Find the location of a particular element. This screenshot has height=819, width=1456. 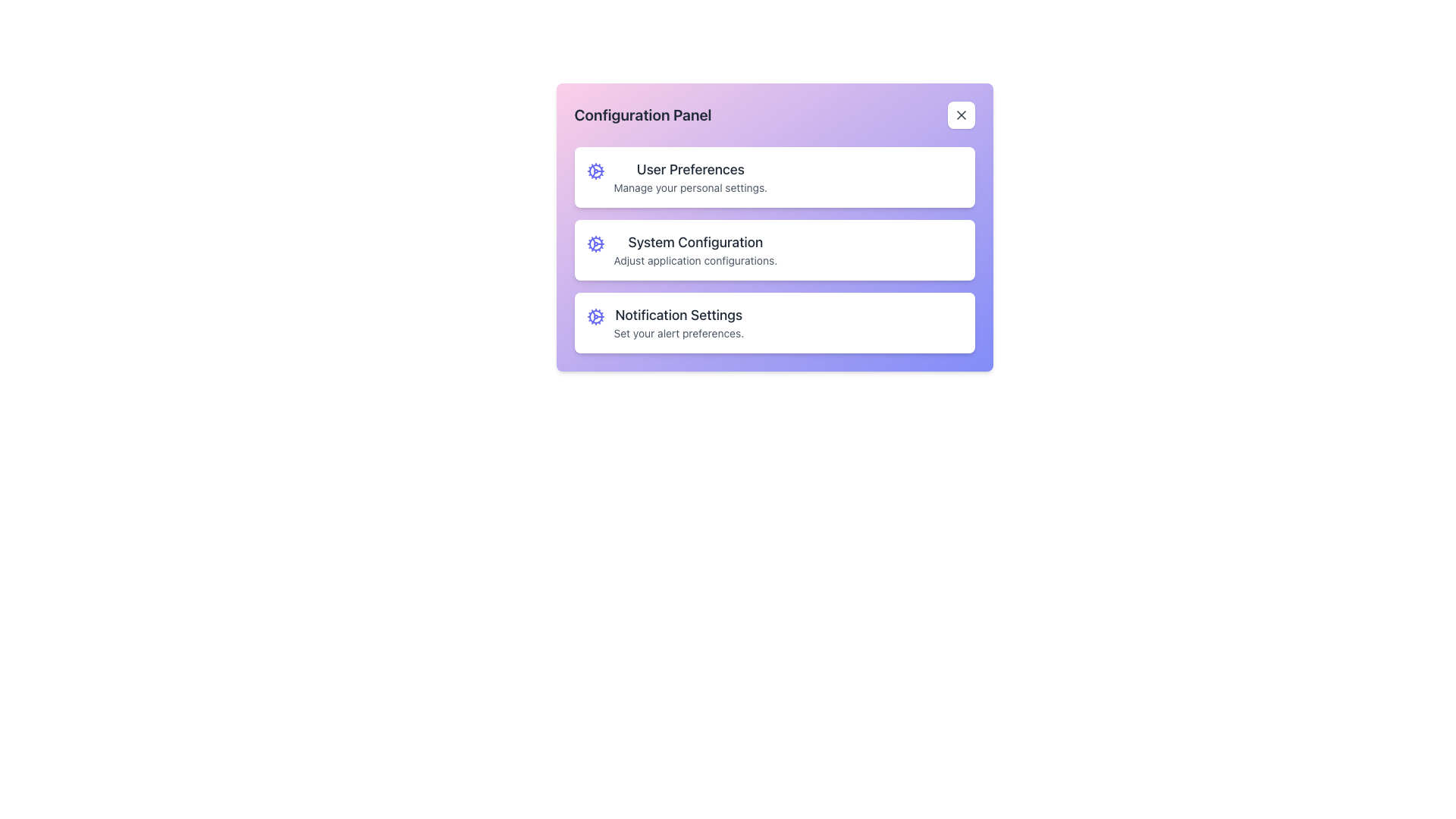

descriptive text label that provides information about the 'System Configuration' option, located beneath its heading in the interface is located at coordinates (695, 259).